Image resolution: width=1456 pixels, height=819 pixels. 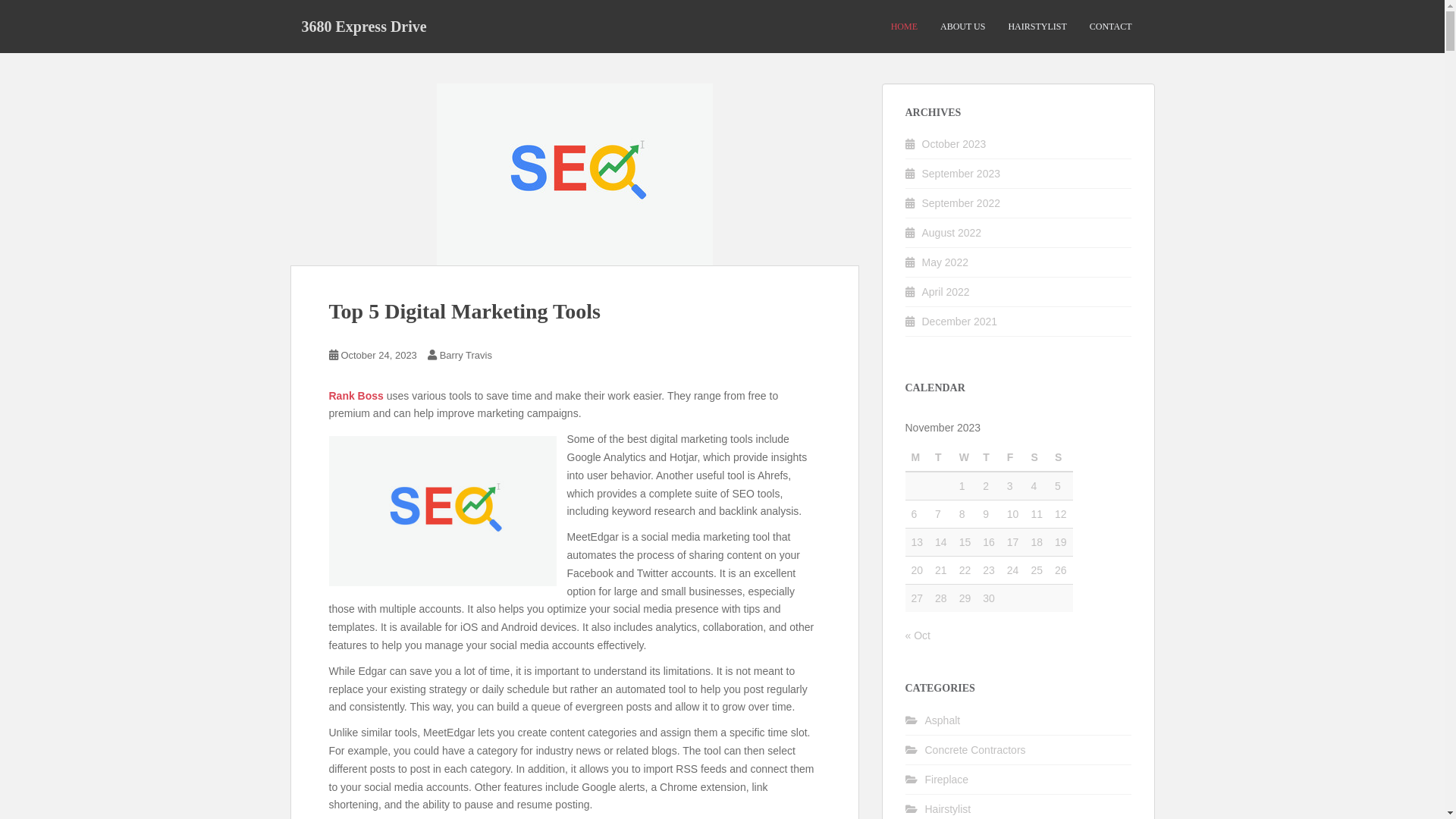 What do you see at coordinates (959, 321) in the screenshot?
I see `'December 2021'` at bounding box center [959, 321].